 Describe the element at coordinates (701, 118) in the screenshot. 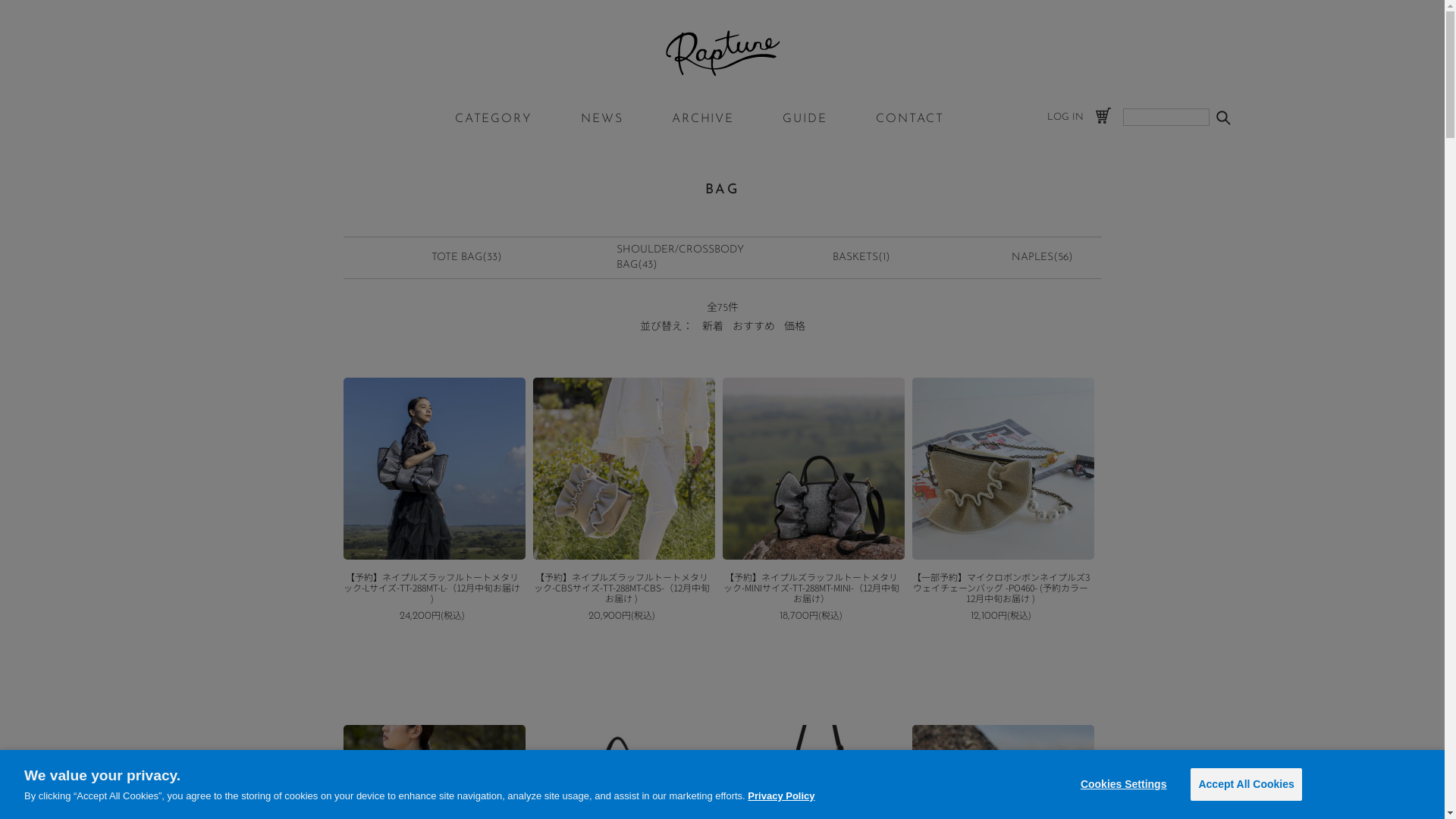

I see `'ARCHIVE'` at that location.